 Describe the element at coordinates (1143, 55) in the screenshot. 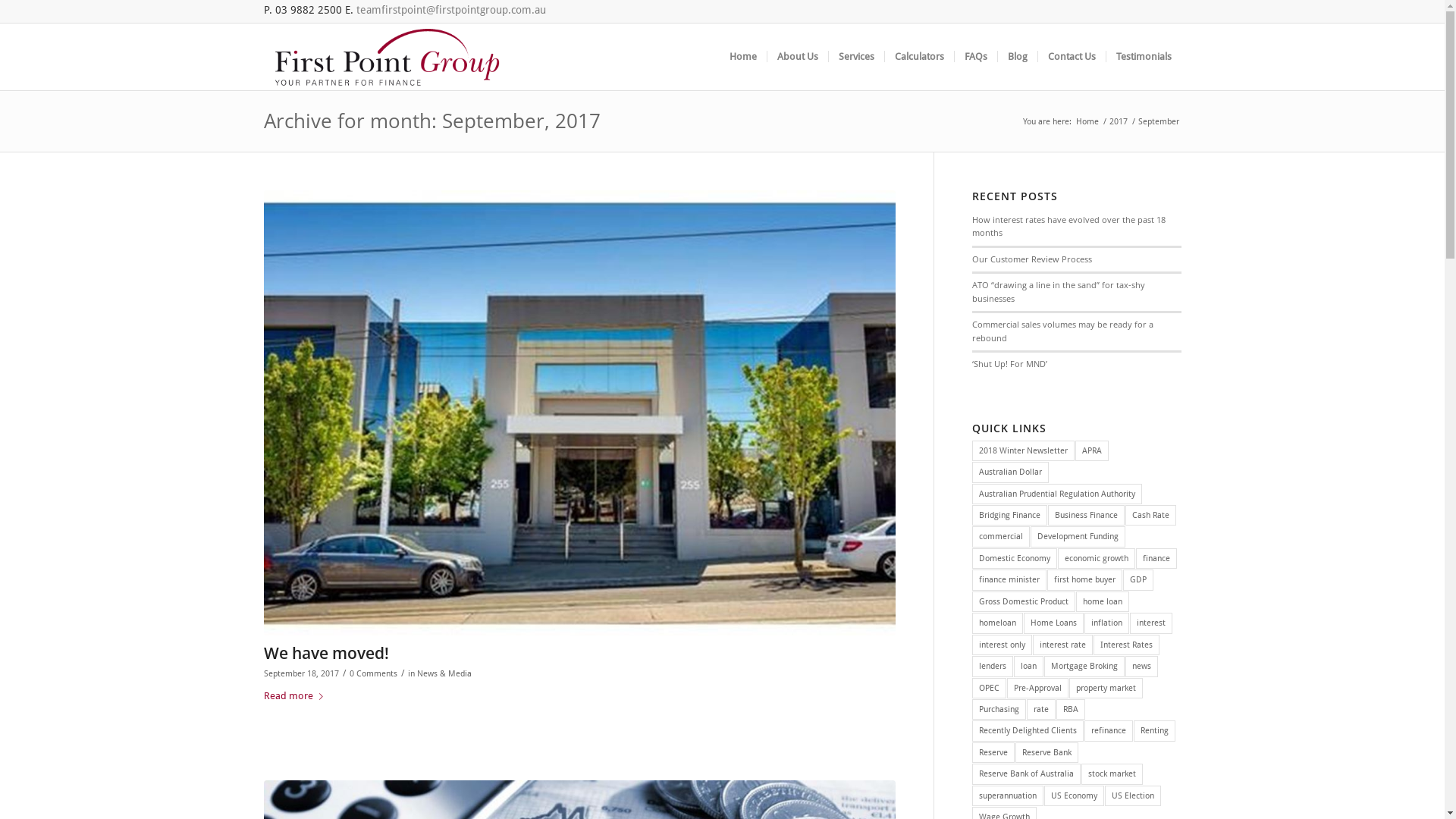

I see `'Testimonials'` at that location.